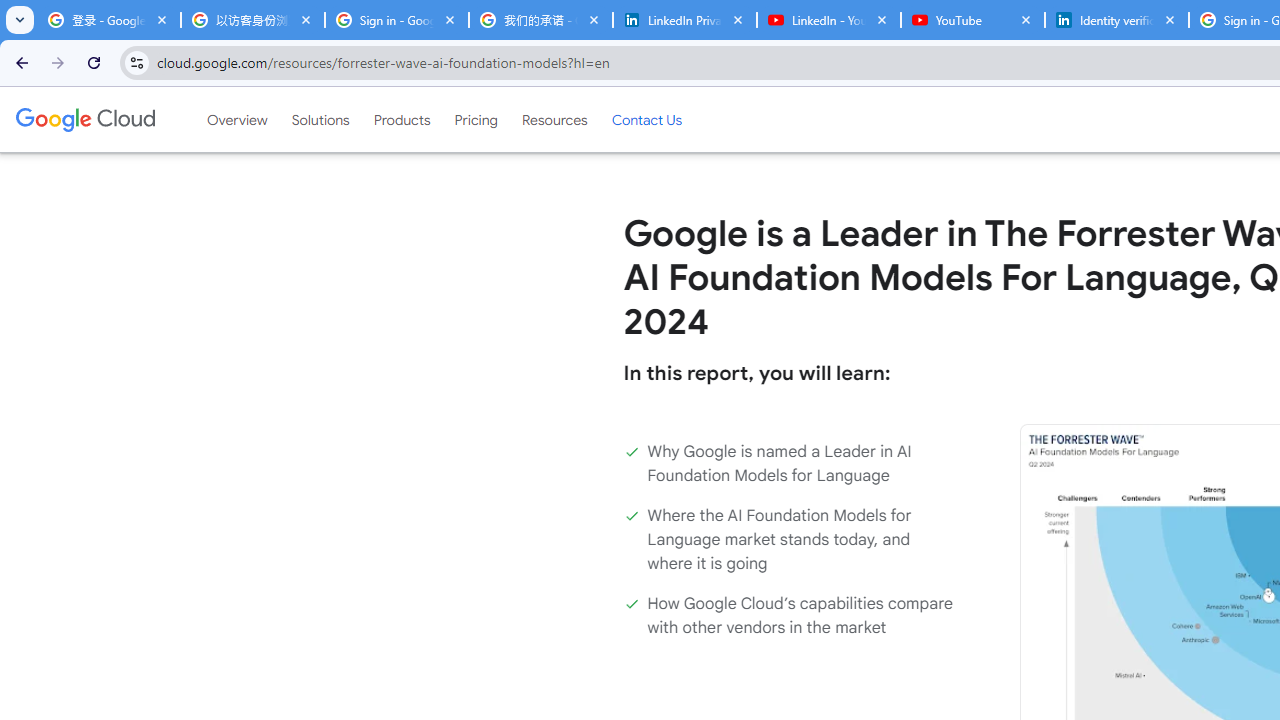 Image resolution: width=1280 pixels, height=720 pixels. I want to click on 'Contact Us', so click(647, 119).